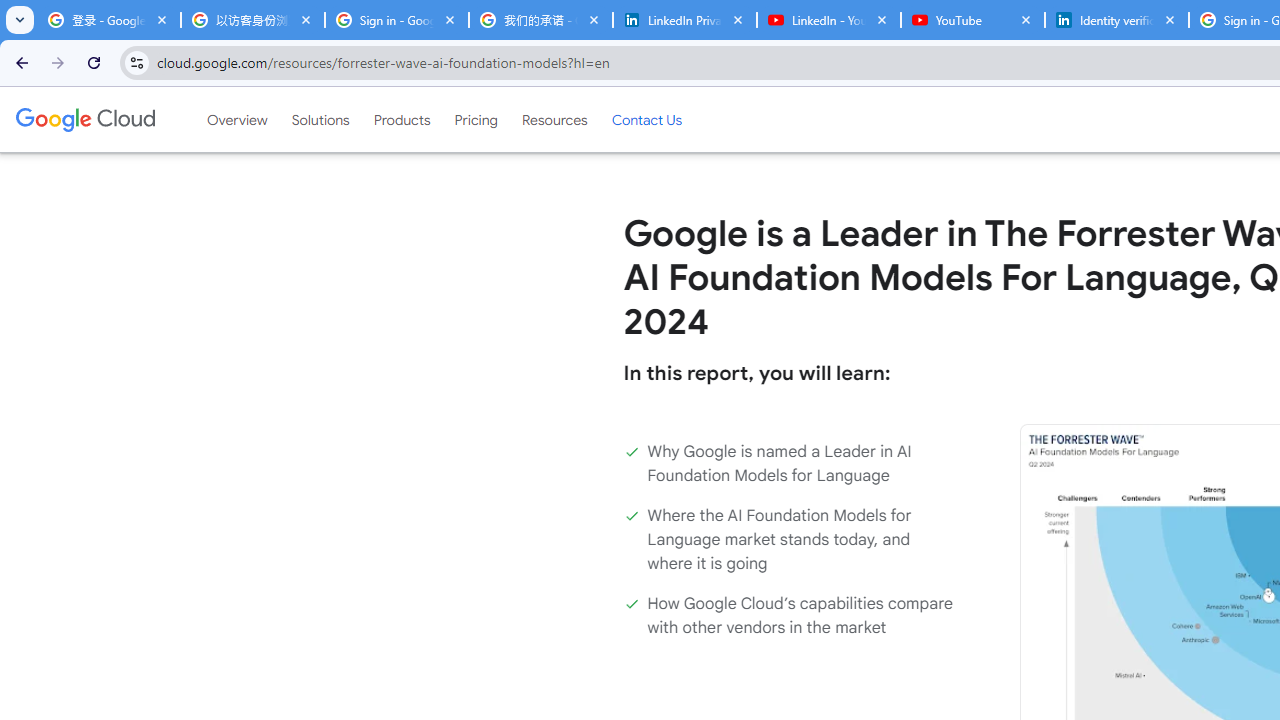 Image resolution: width=1280 pixels, height=720 pixels. I want to click on 'Contact Us', so click(647, 119).